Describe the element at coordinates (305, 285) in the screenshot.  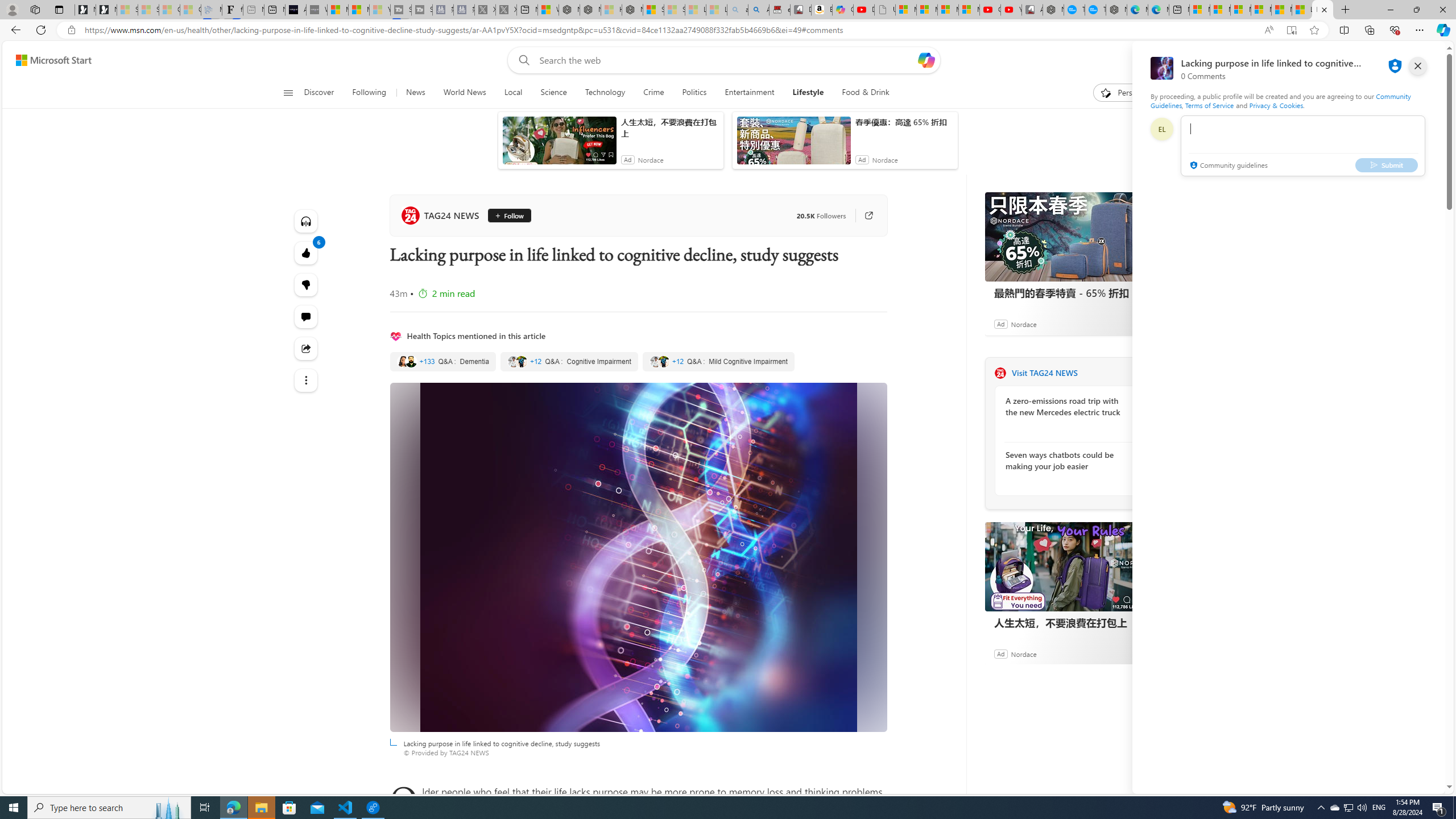
I see `'More like this6Fewer like thisStart the conversation'` at that location.